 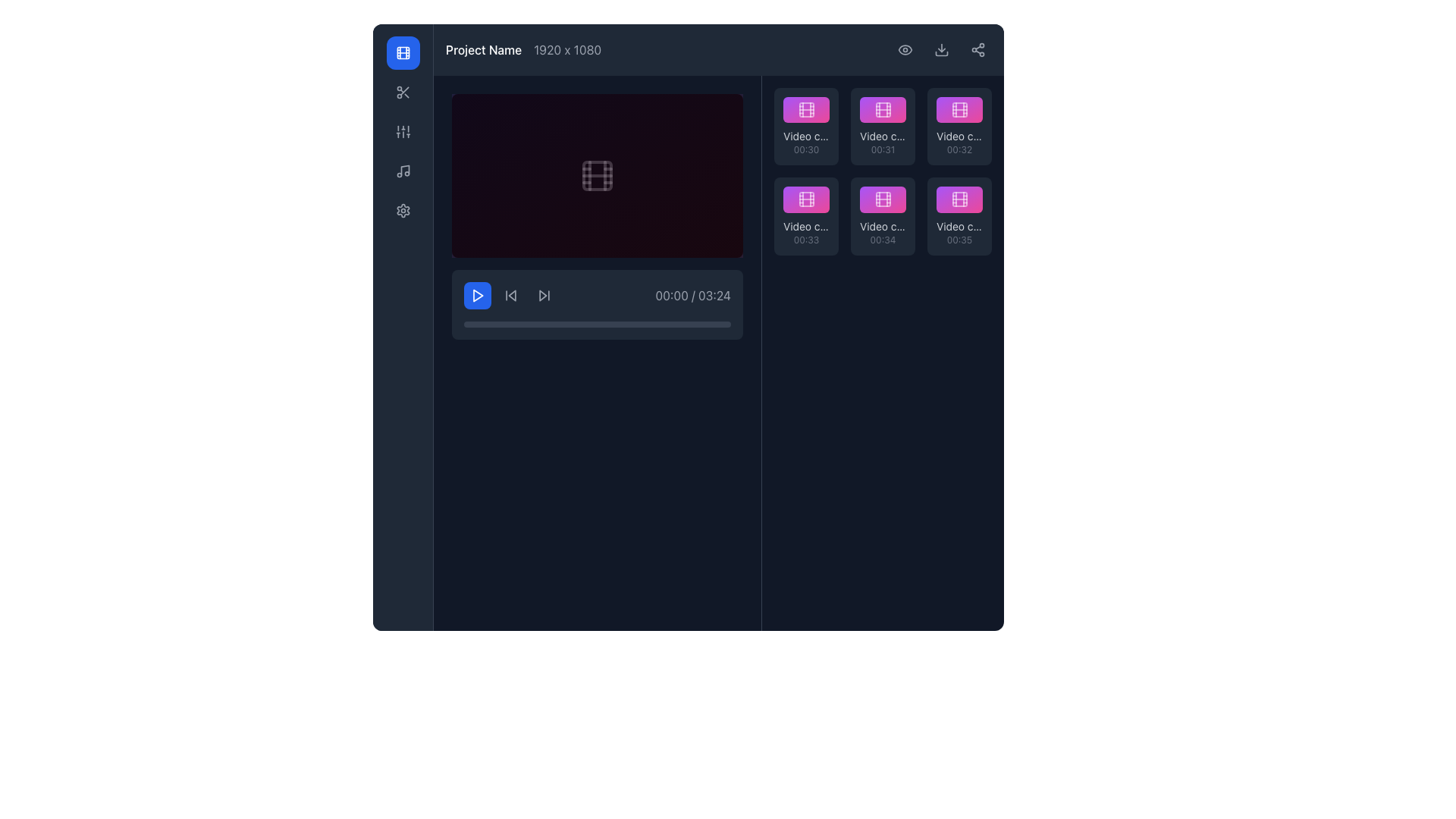 I want to click on the static text label displaying 'Project Name' in white font, which is styled prominently on a dark background, located near the upper-left region of the interface, so click(x=483, y=49).